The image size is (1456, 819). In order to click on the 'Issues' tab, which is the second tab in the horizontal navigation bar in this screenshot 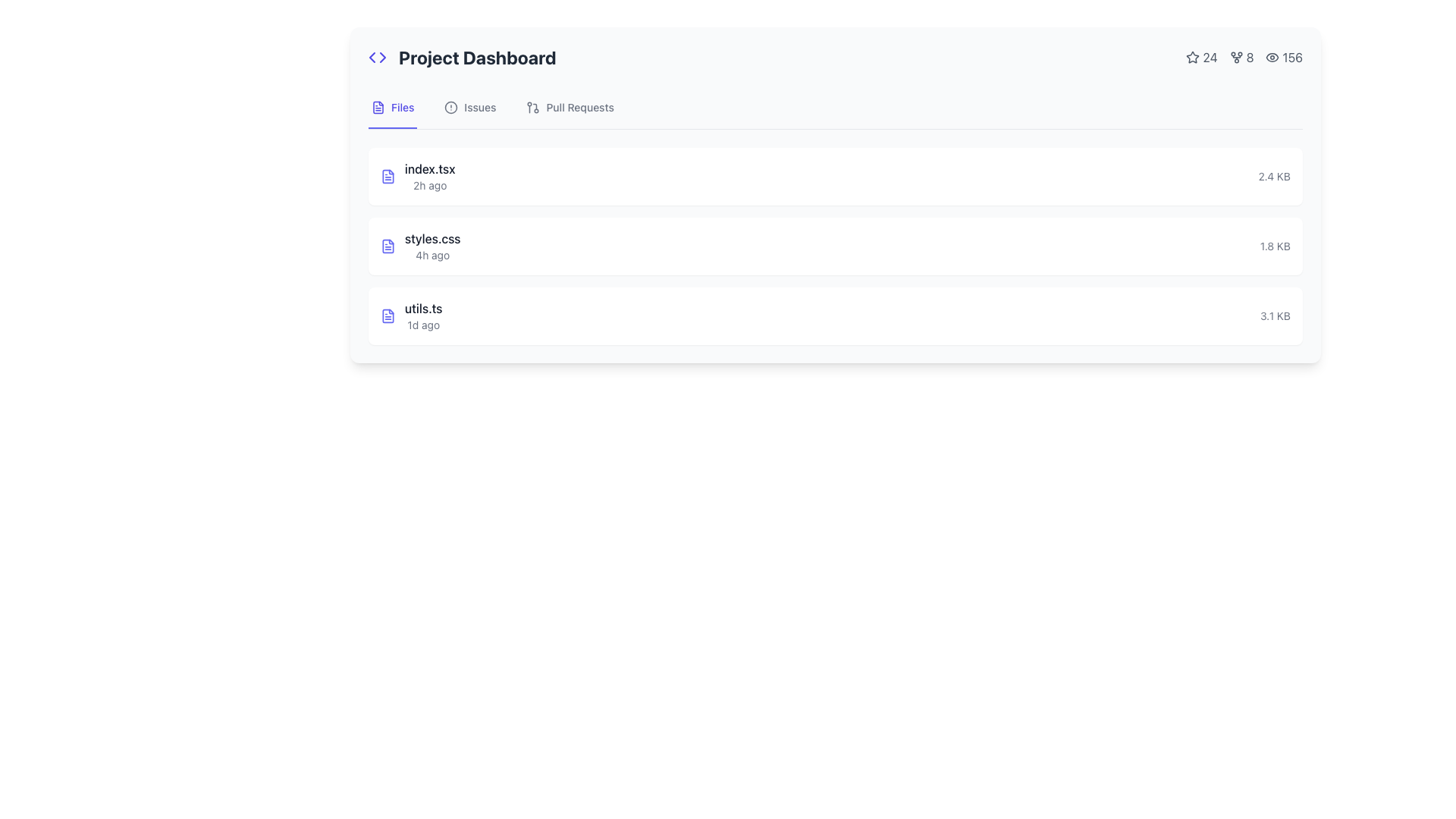, I will do `click(469, 107)`.